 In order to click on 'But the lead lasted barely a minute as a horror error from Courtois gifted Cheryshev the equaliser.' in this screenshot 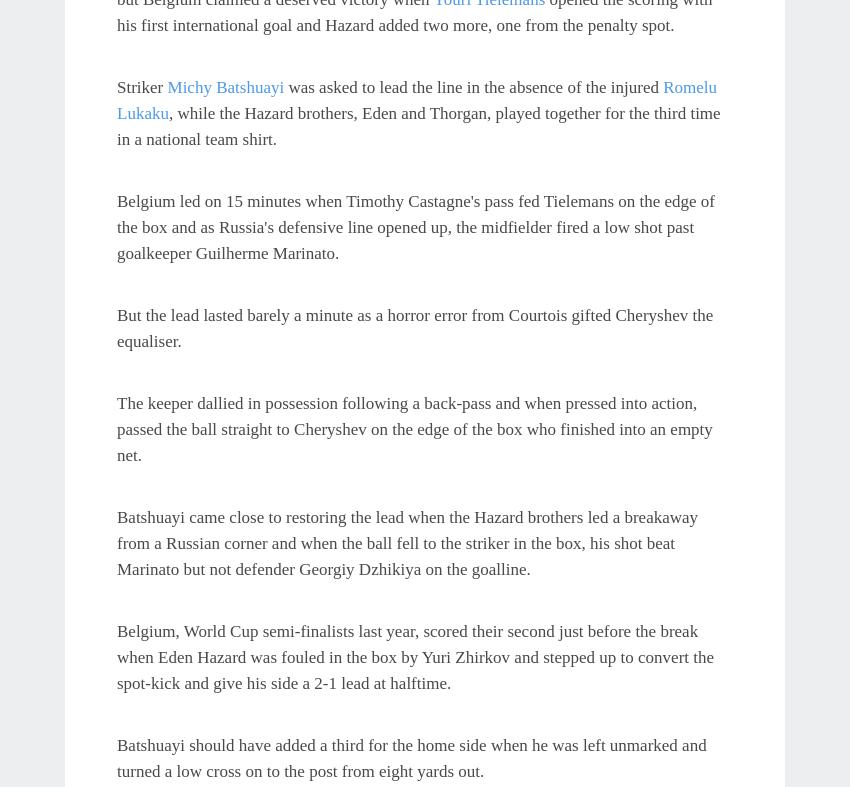, I will do `click(414, 326)`.